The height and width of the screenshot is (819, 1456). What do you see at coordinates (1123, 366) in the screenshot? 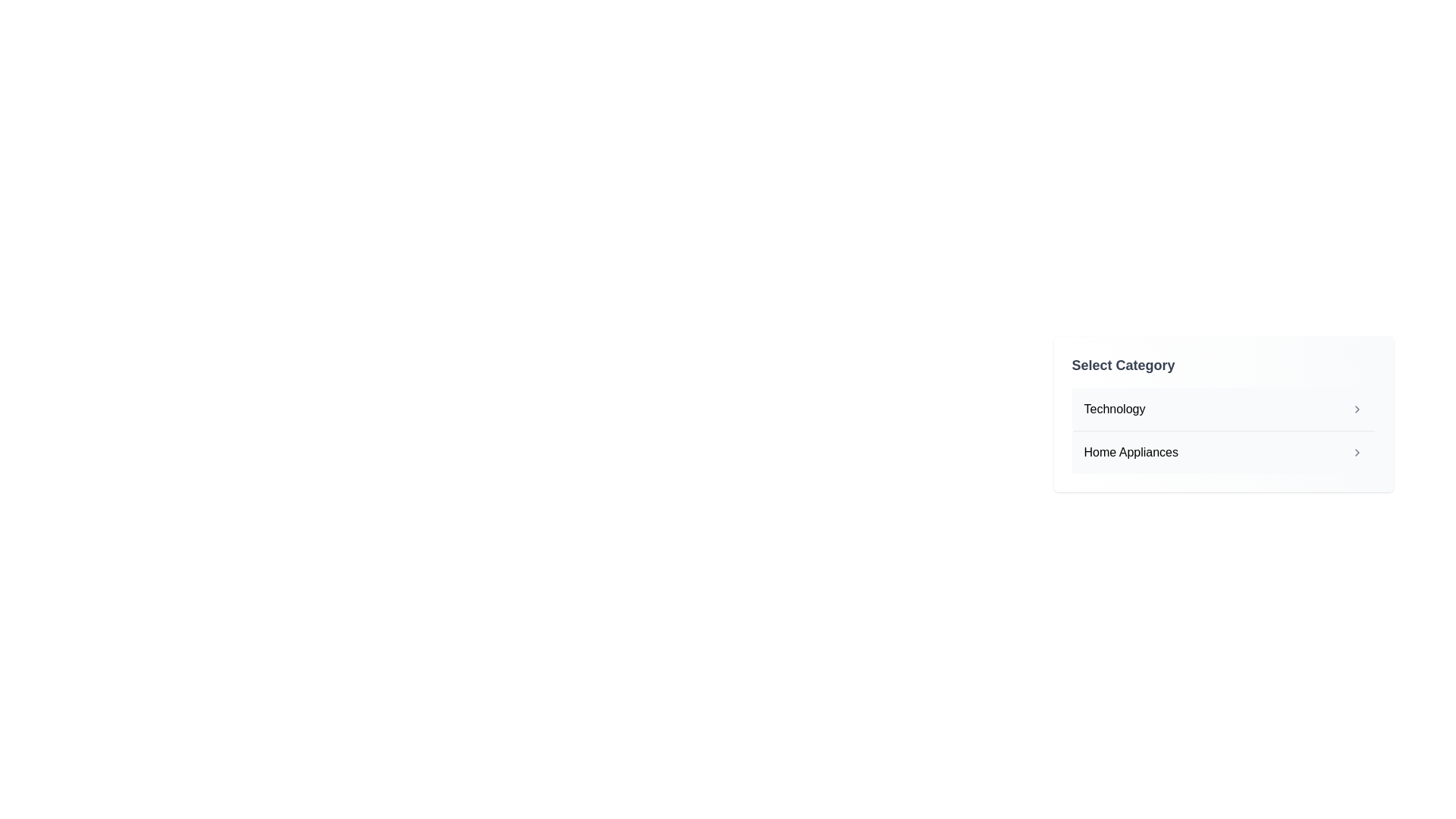
I see `the 'Select Category' text label, which is styled with large bold gray lettering and serves as a header above a list of categories` at bounding box center [1123, 366].